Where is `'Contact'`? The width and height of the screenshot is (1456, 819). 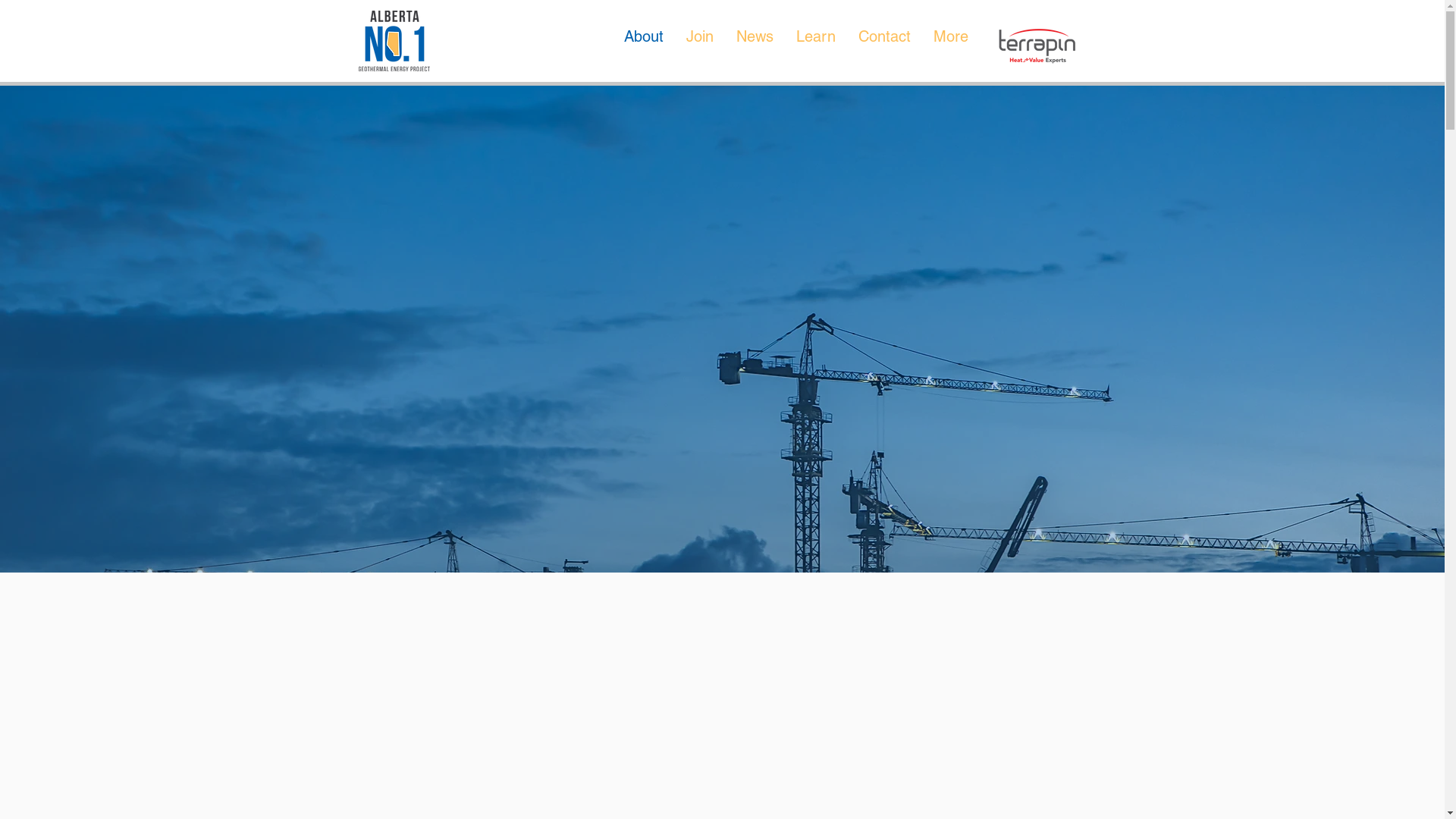 'Contact' is located at coordinates (846, 43).